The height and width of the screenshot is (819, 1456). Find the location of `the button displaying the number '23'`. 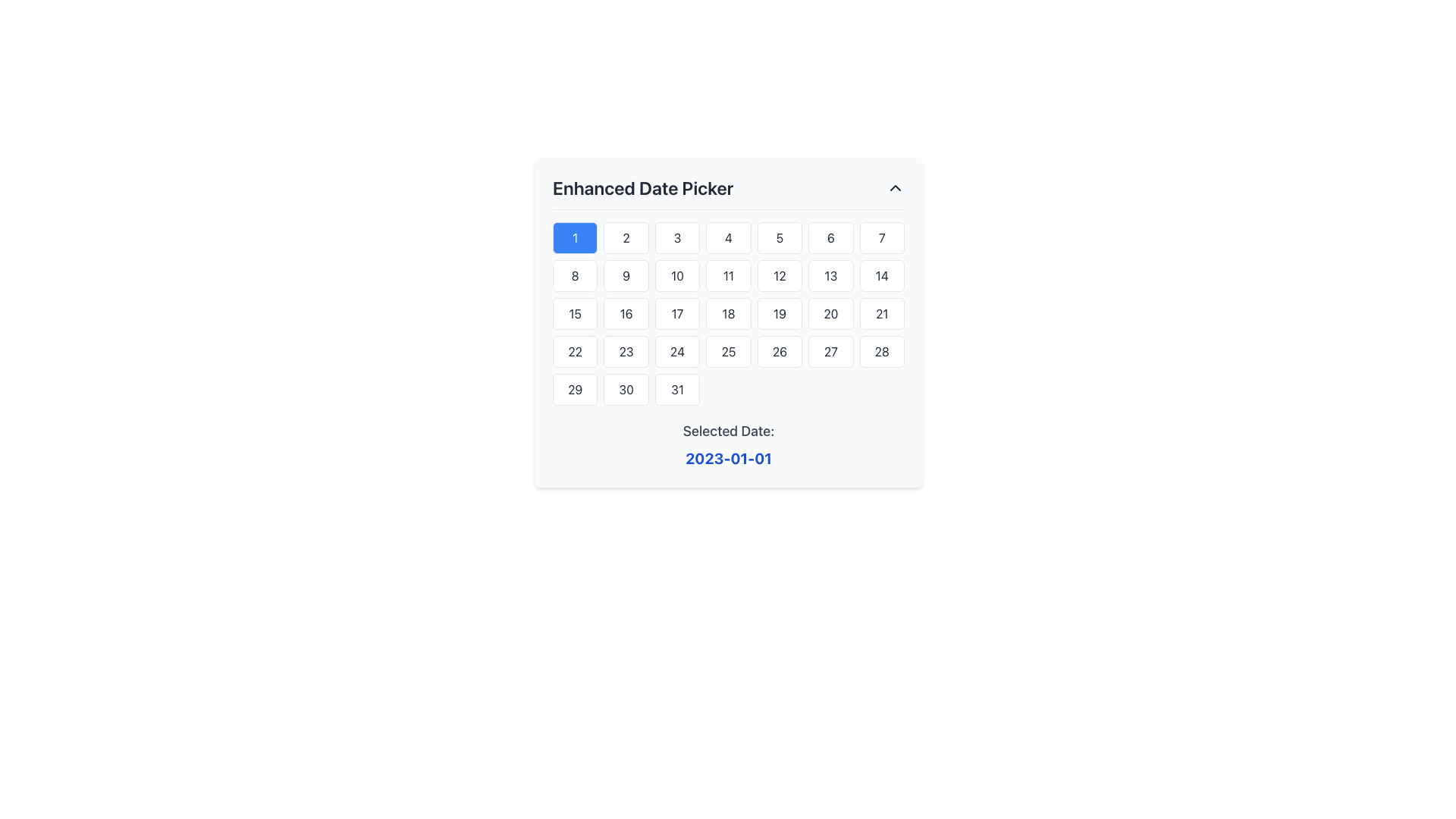

the button displaying the number '23' is located at coordinates (626, 351).